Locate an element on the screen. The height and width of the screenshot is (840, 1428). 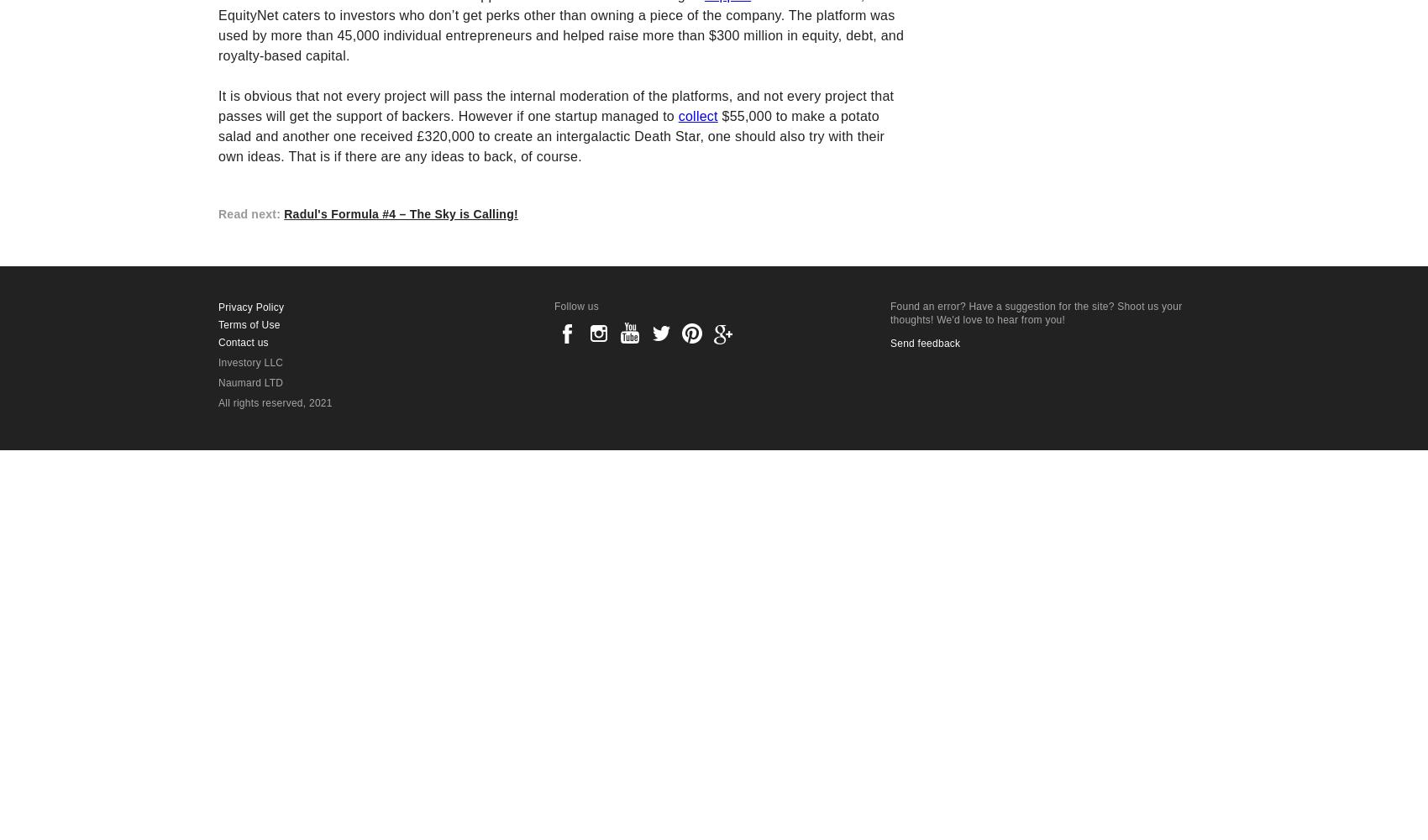
'Contact us' is located at coordinates (243, 342).